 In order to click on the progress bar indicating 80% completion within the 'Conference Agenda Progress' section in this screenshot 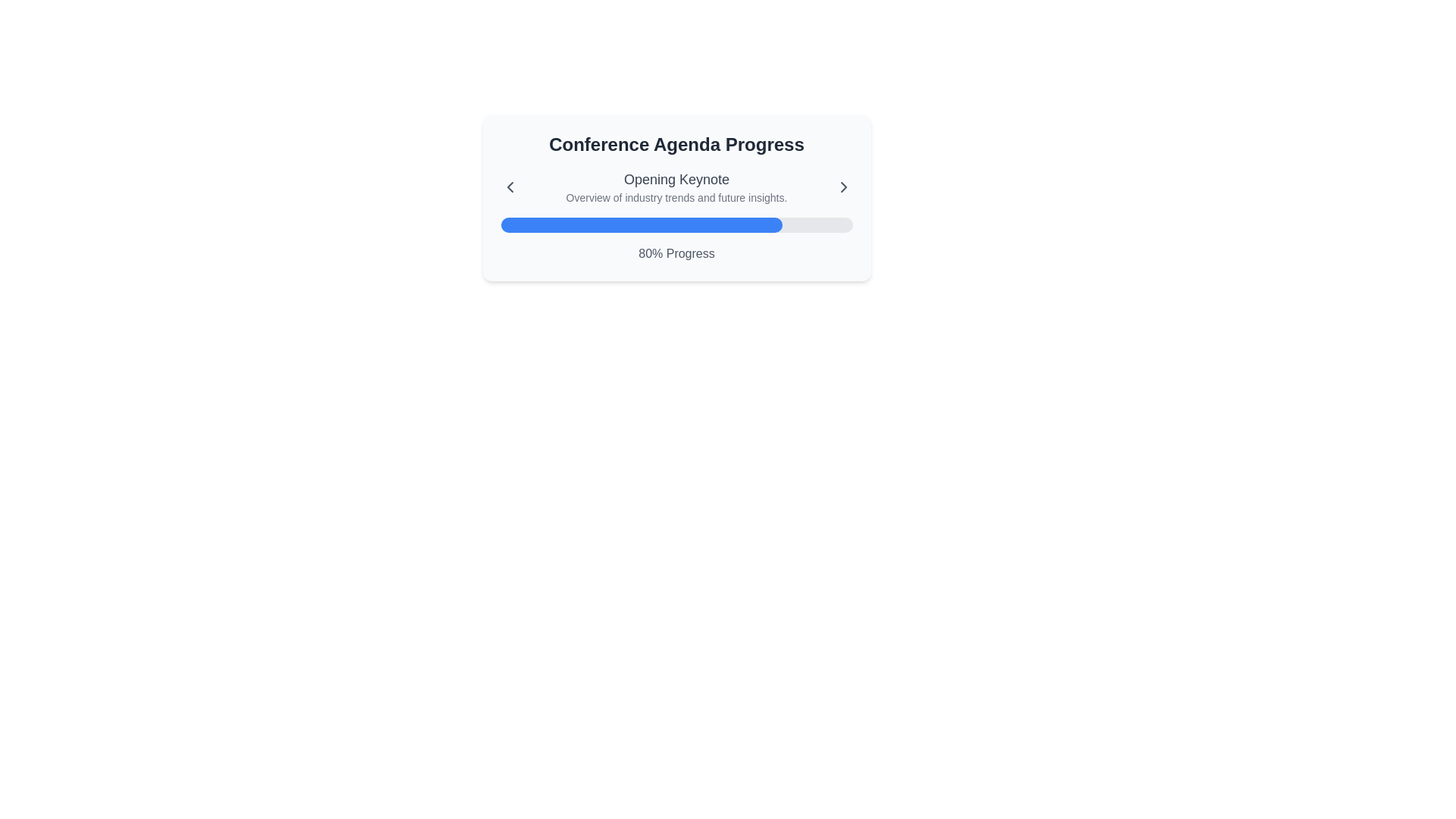, I will do `click(676, 225)`.